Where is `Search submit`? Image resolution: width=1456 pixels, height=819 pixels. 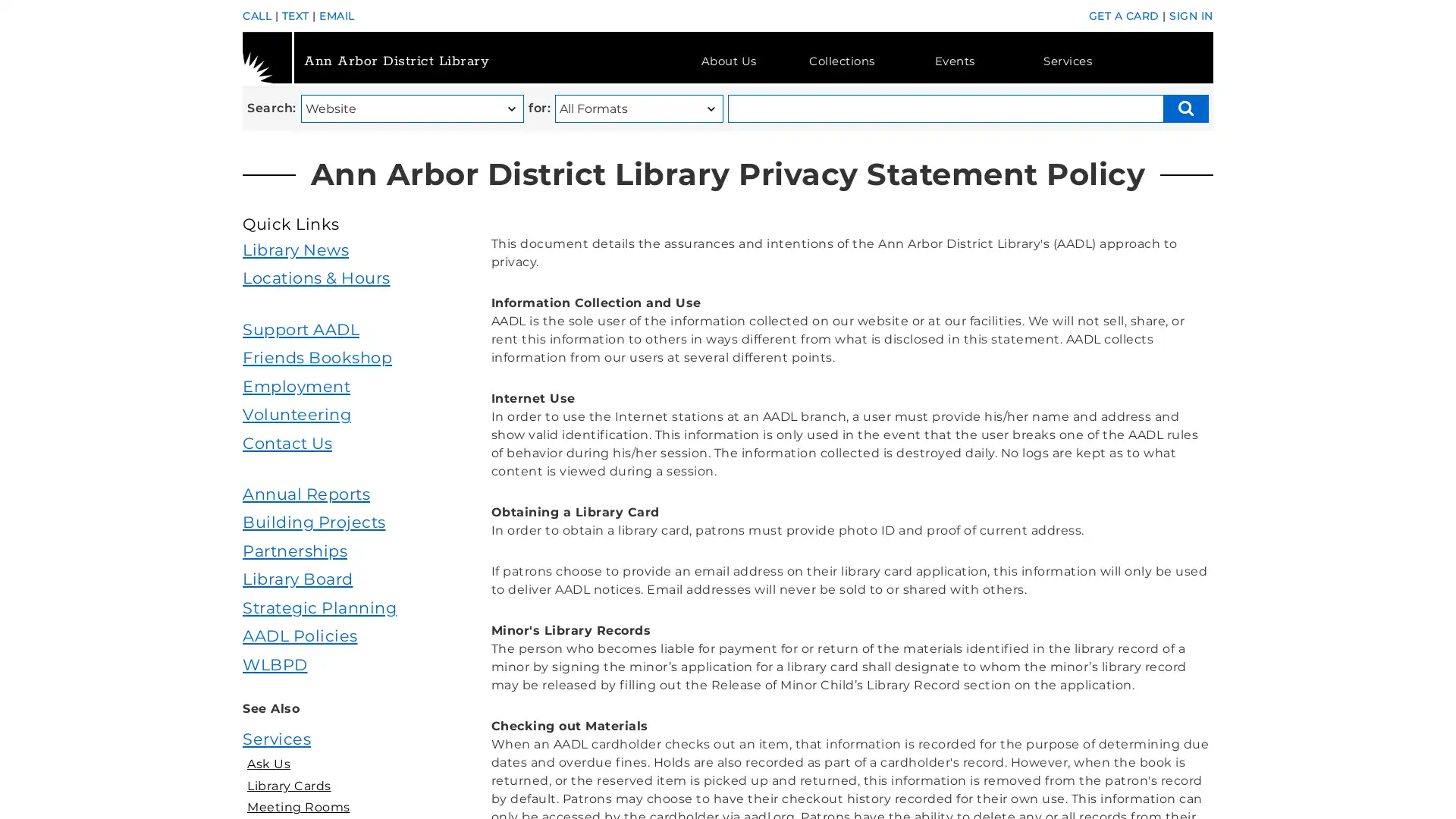
Search submit is located at coordinates (1185, 108).